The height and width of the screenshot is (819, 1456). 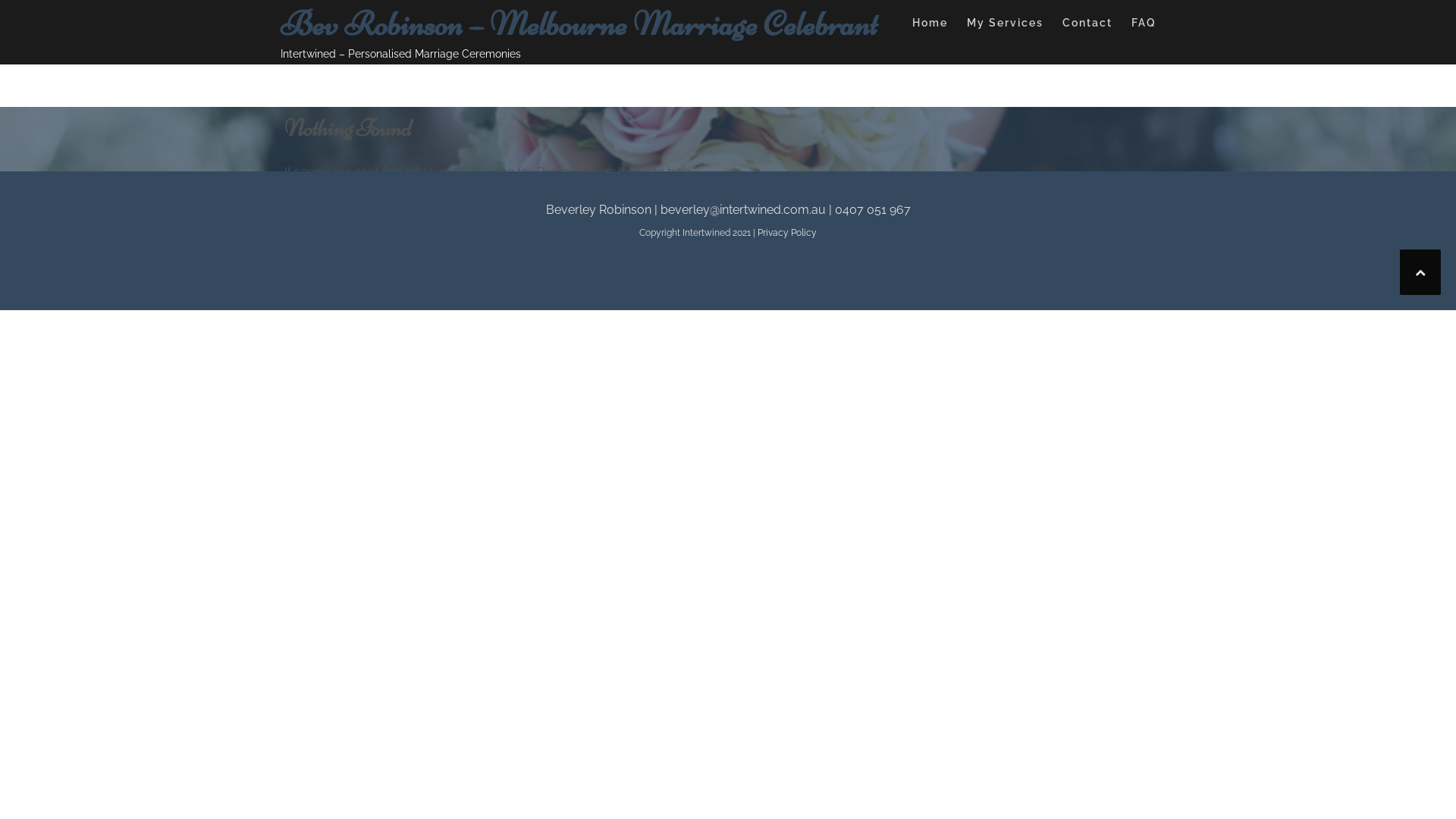 What do you see at coordinates (786, 233) in the screenshot?
I see `'Privacy Policy'` at bounding box center [786, 233].